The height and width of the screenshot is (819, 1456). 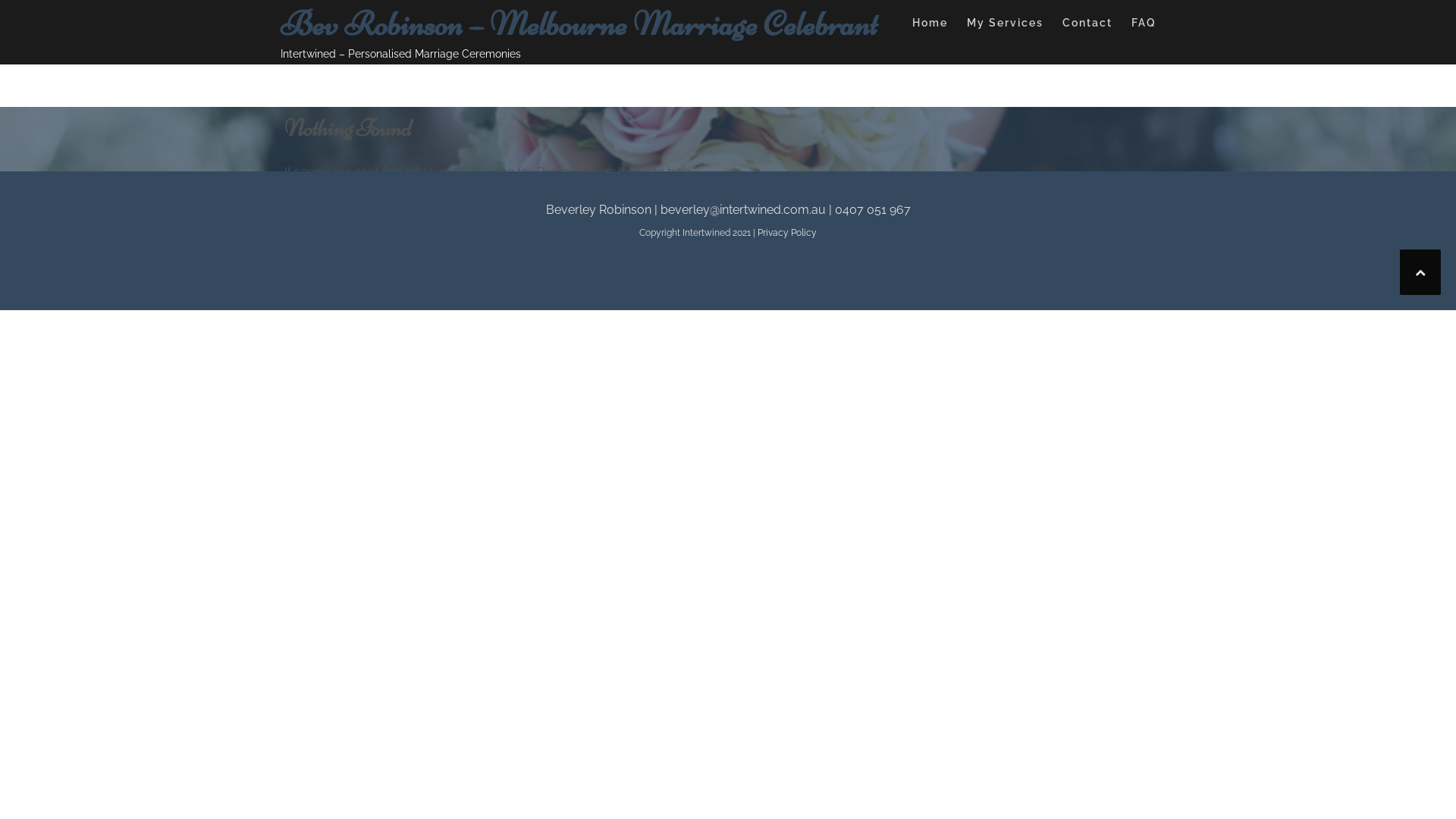 What do you see at coordinates (786, 233) in the screenshot?
I see `'Privacy Policy'` at bounding box center [786, 233].